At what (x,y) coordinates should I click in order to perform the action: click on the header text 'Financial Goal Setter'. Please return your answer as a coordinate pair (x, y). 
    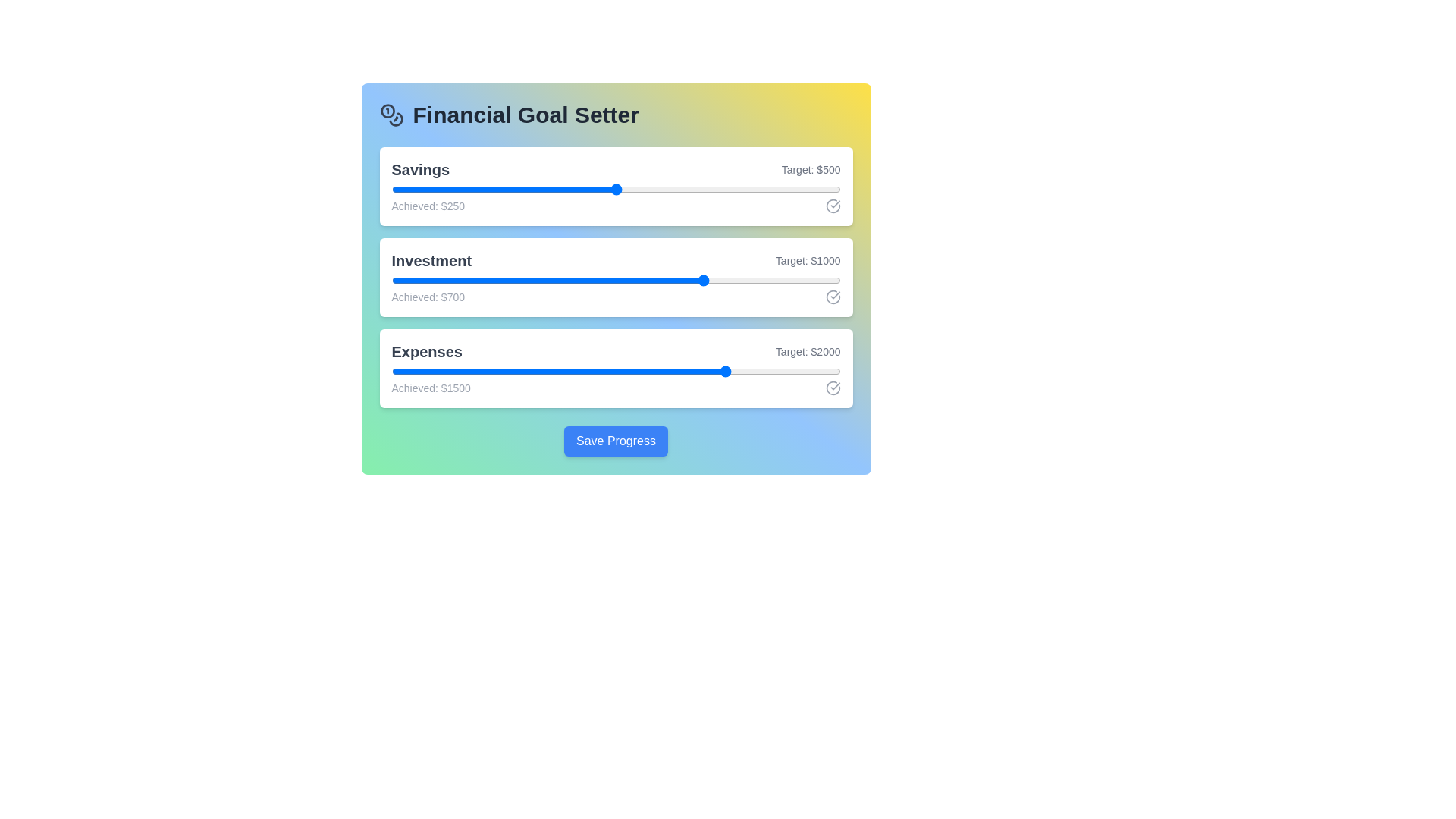
    Looking at the image, I should click on (616, 114).